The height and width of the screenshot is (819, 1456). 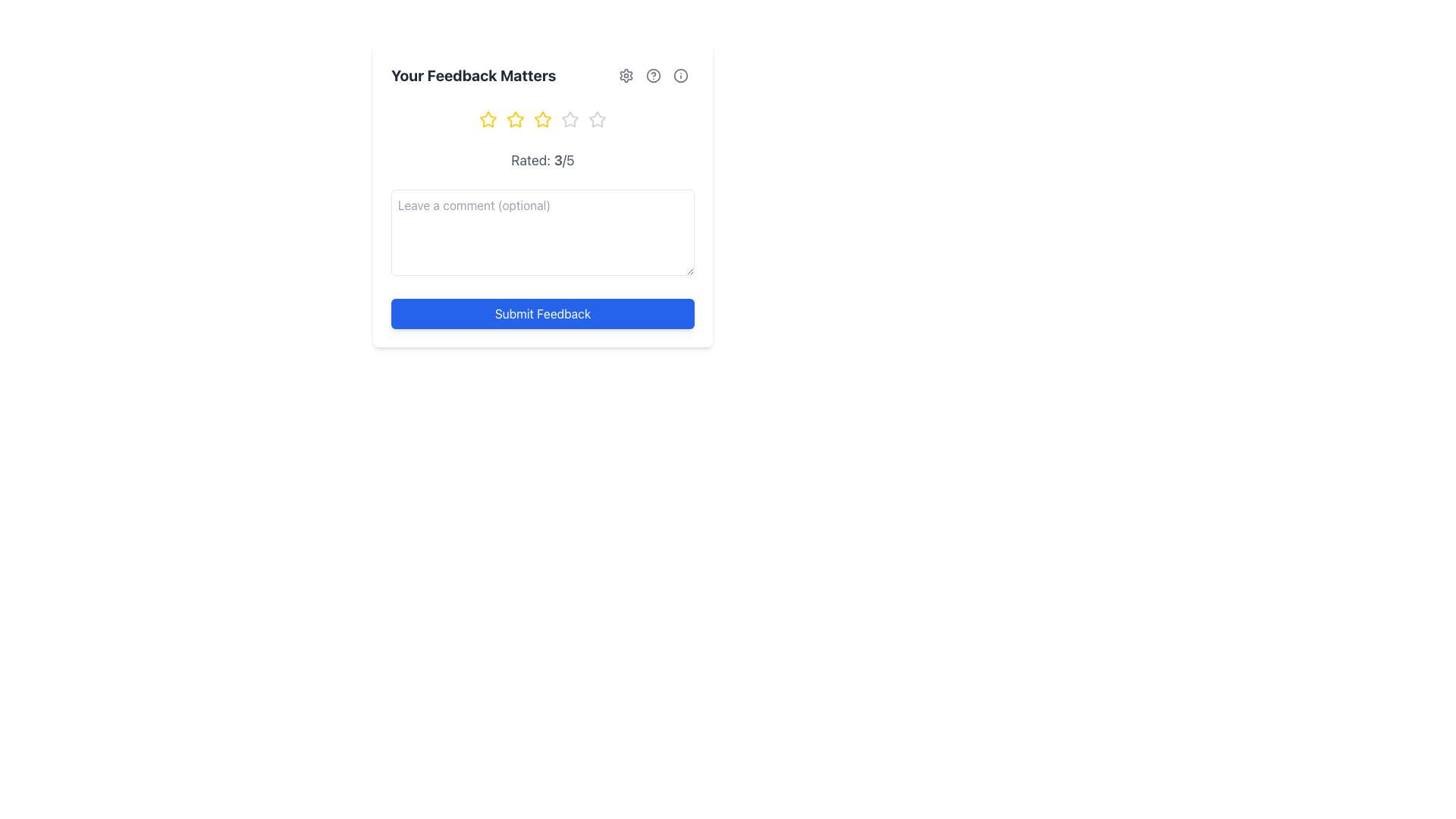 I want to click on the fourth star icon, so click(x=570, y=119).